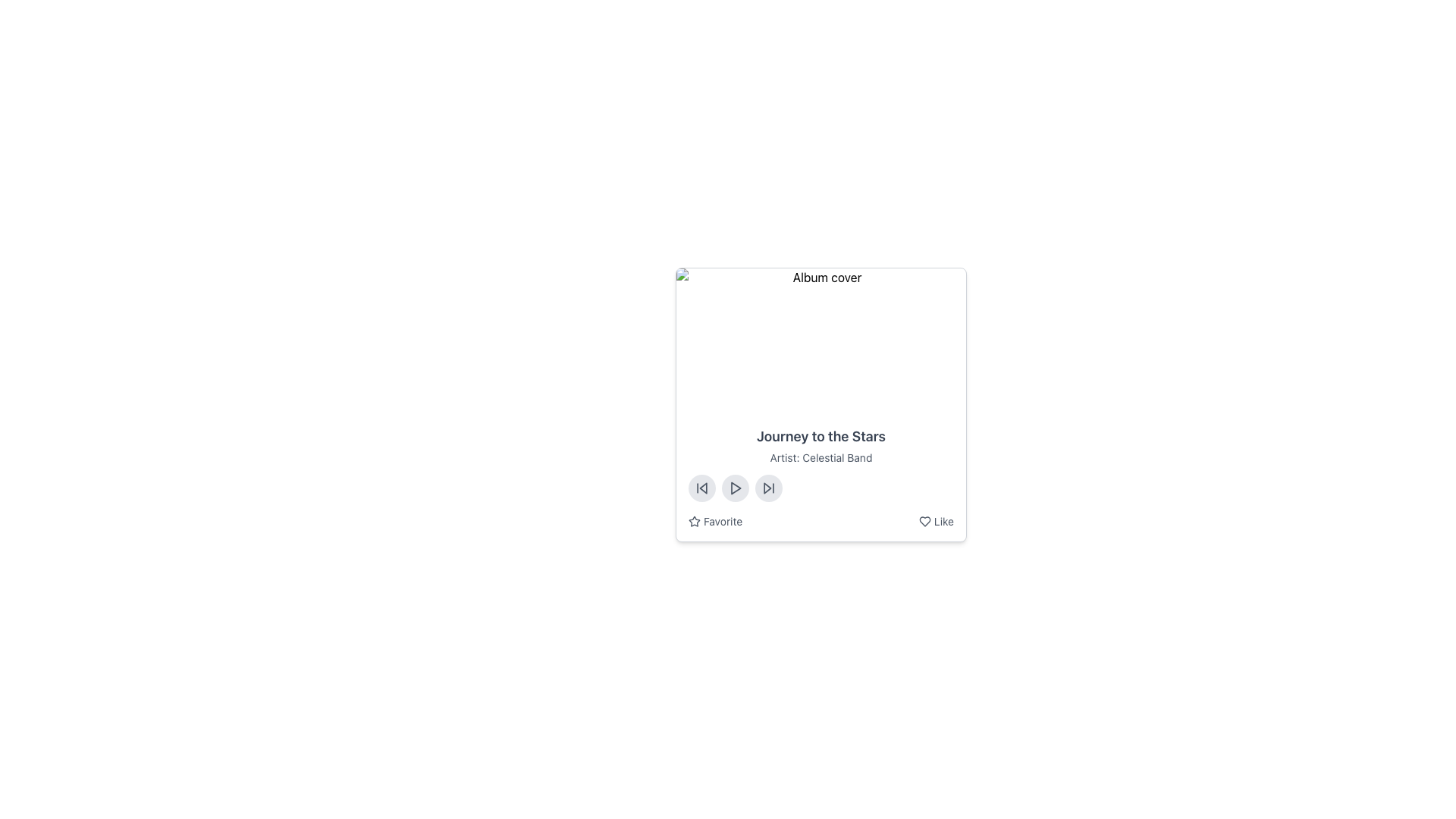 This screenshot has height=819, width=1456. Describe the element at coordinates (722, 520) in the screenshot. I see `the Text label that indicates the ability to mark something as a favorite, located at the bottom left of the music track card, next to the star icon` at that location.